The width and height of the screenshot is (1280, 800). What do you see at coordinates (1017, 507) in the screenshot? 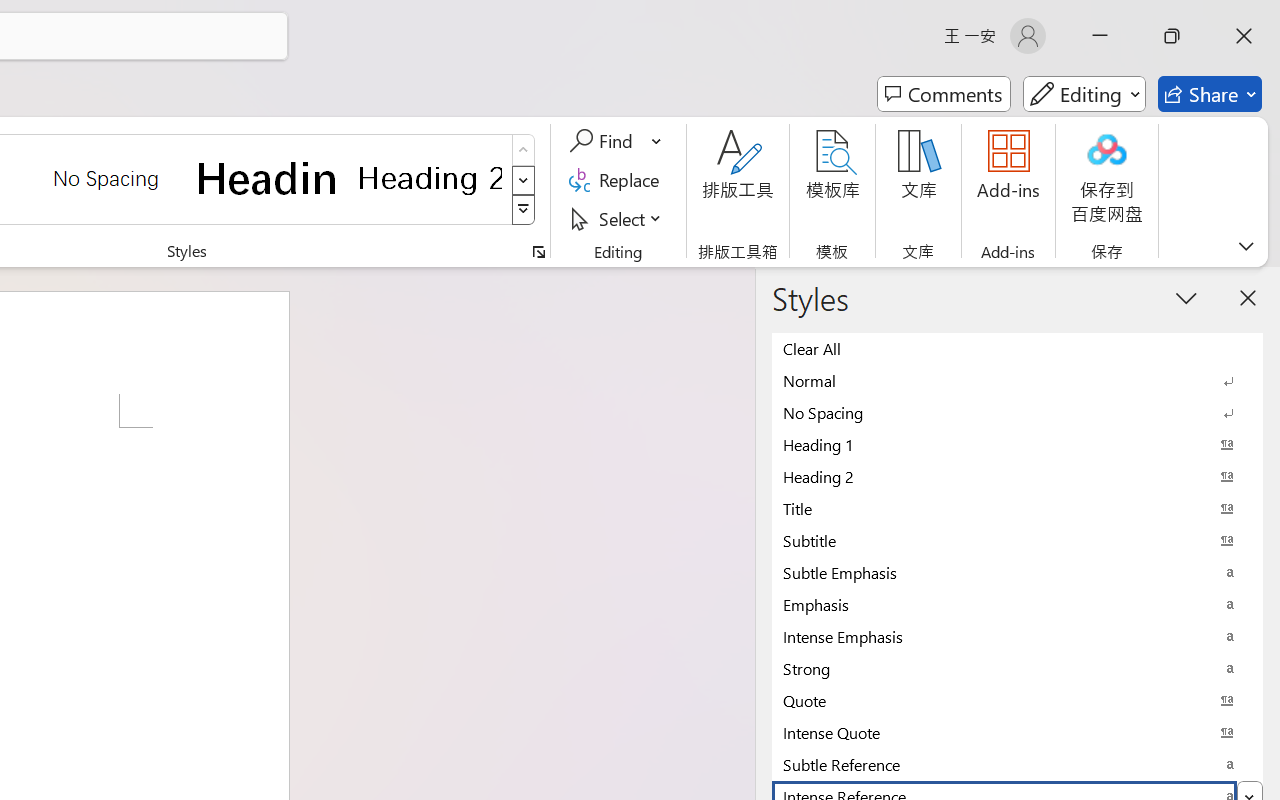
I see `'Title'` at bounding box center [1017, 507].